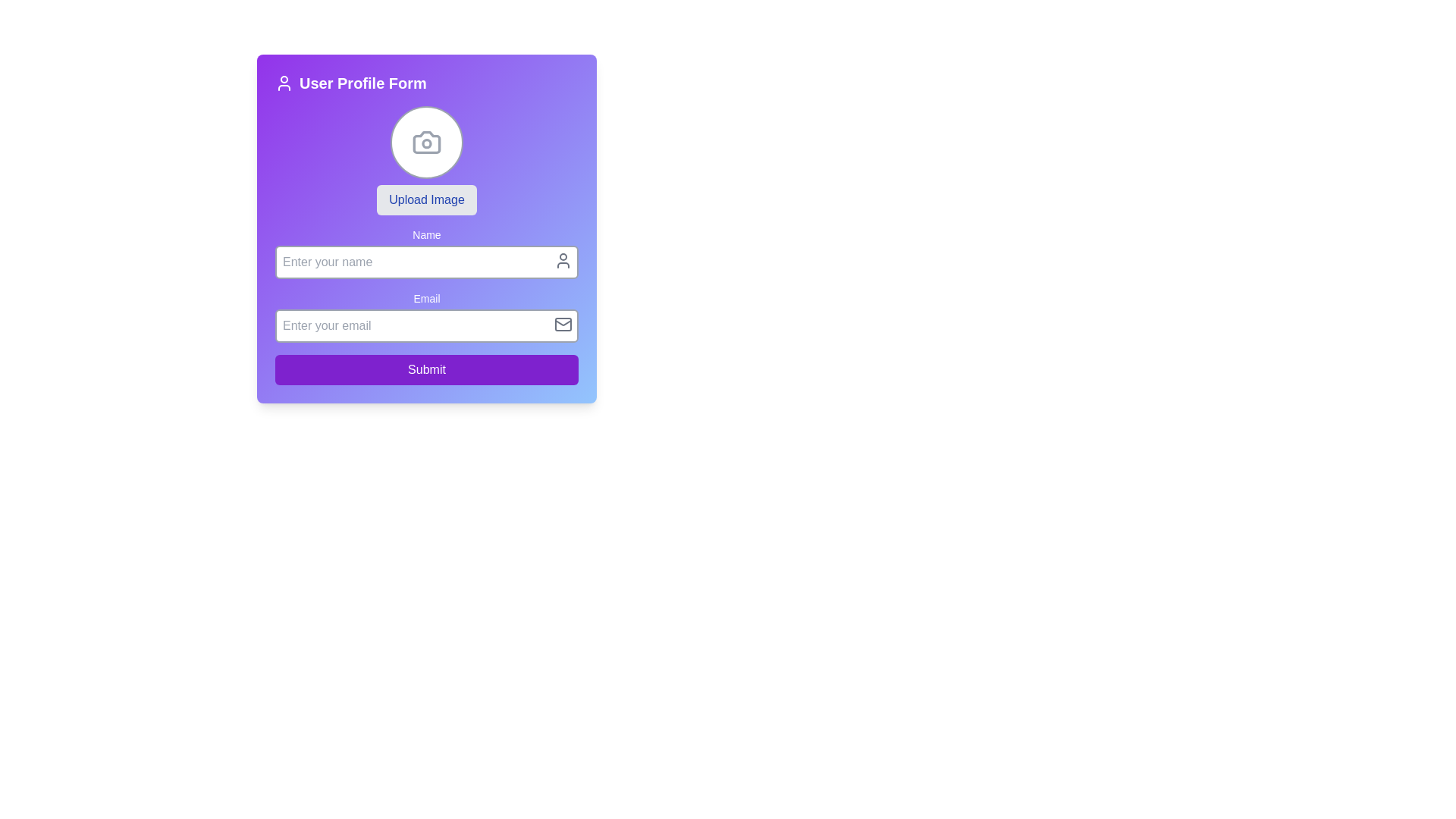 This screenshot has height=819, width=1456. Describe the element at coordinates (425, 253) in the screenshot. I see `the text input field for entering the user's name, which is located in the center of a form with a purple gradient background, directly below the 'Upload Image' button and above the 'Email' input field, to focus on it` at that location.